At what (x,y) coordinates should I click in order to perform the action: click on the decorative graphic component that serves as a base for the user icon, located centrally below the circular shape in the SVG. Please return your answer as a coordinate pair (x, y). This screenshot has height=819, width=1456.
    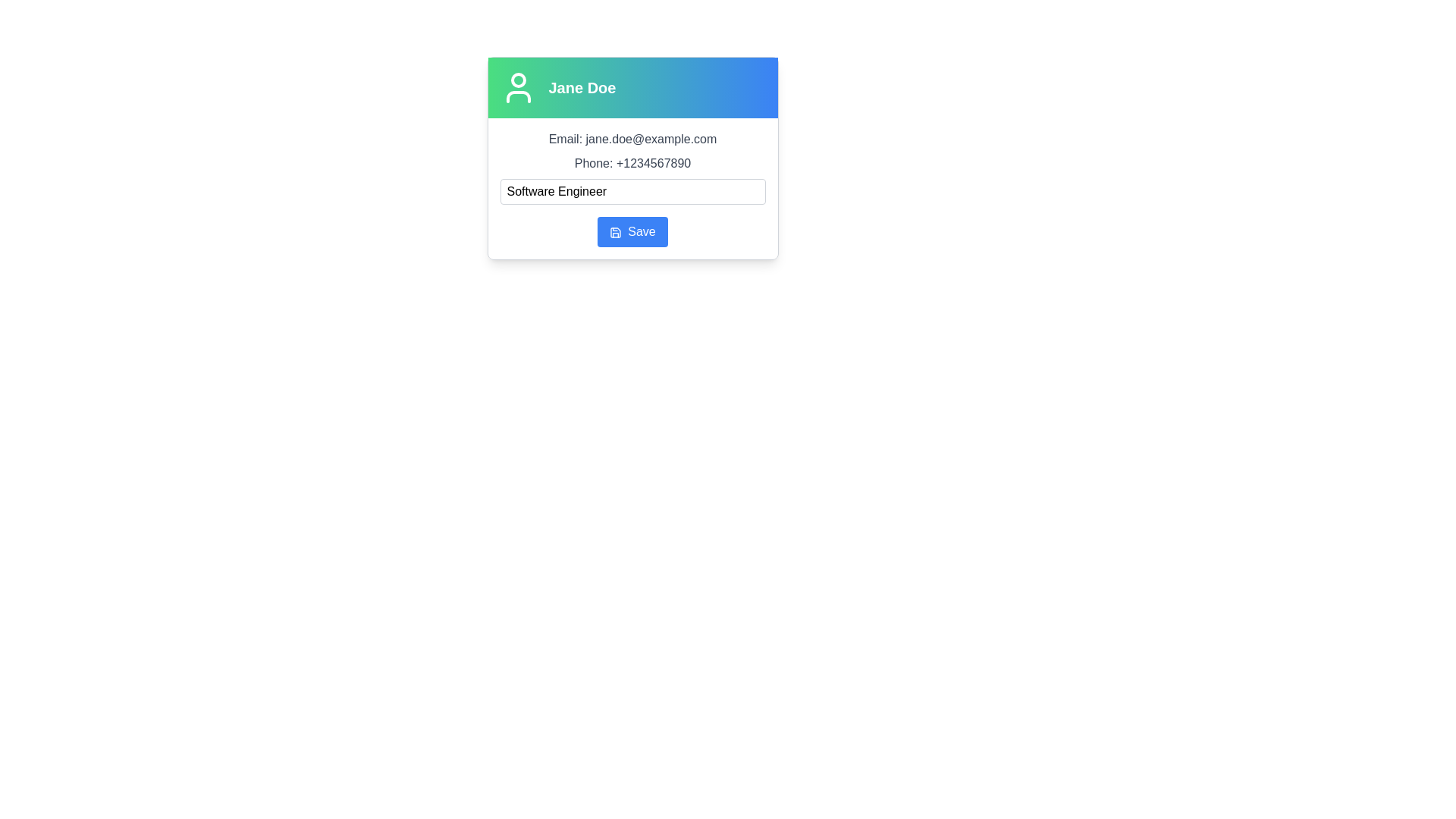
    Looking at the image, I should click on (518, 96).